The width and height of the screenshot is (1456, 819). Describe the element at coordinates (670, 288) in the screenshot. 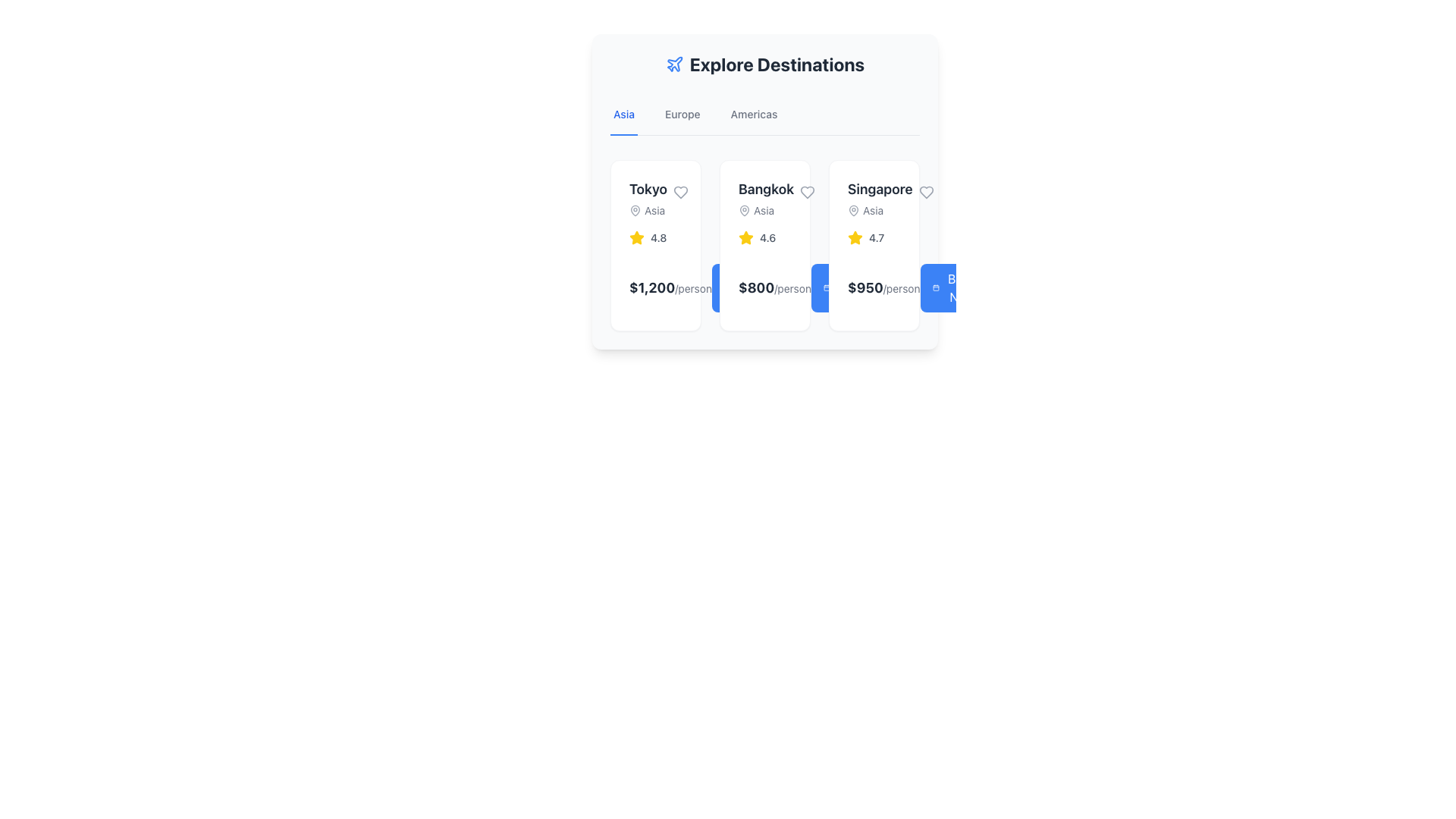

I see `the text label that displays the pricing information for the travel package to Tokyo, located at the top-left corner of the grid layout` at that location.